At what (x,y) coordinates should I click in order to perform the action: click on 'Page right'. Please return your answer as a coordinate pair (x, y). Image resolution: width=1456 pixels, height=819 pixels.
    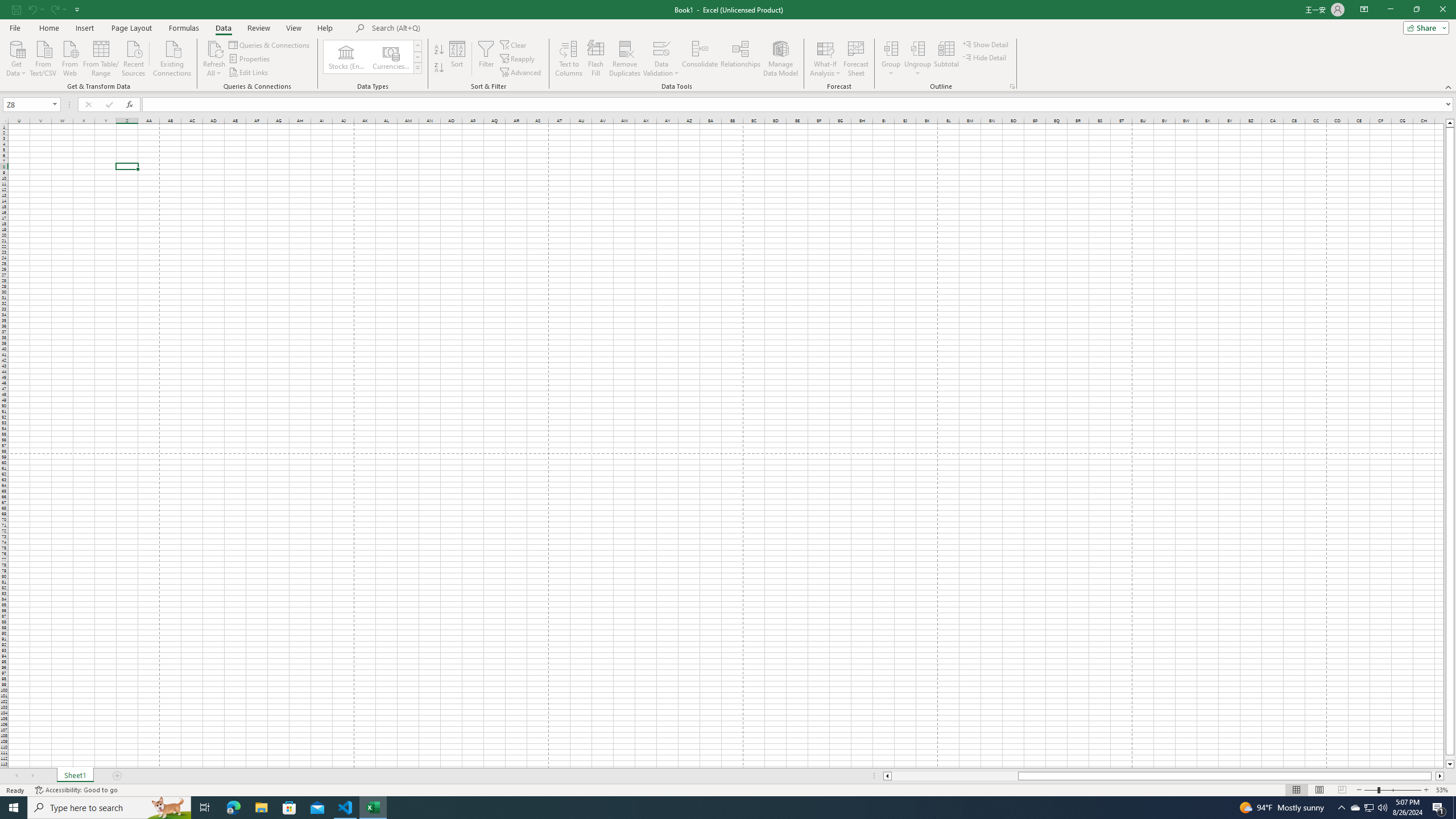
    Looking at the image, I should click on (1433, 775).